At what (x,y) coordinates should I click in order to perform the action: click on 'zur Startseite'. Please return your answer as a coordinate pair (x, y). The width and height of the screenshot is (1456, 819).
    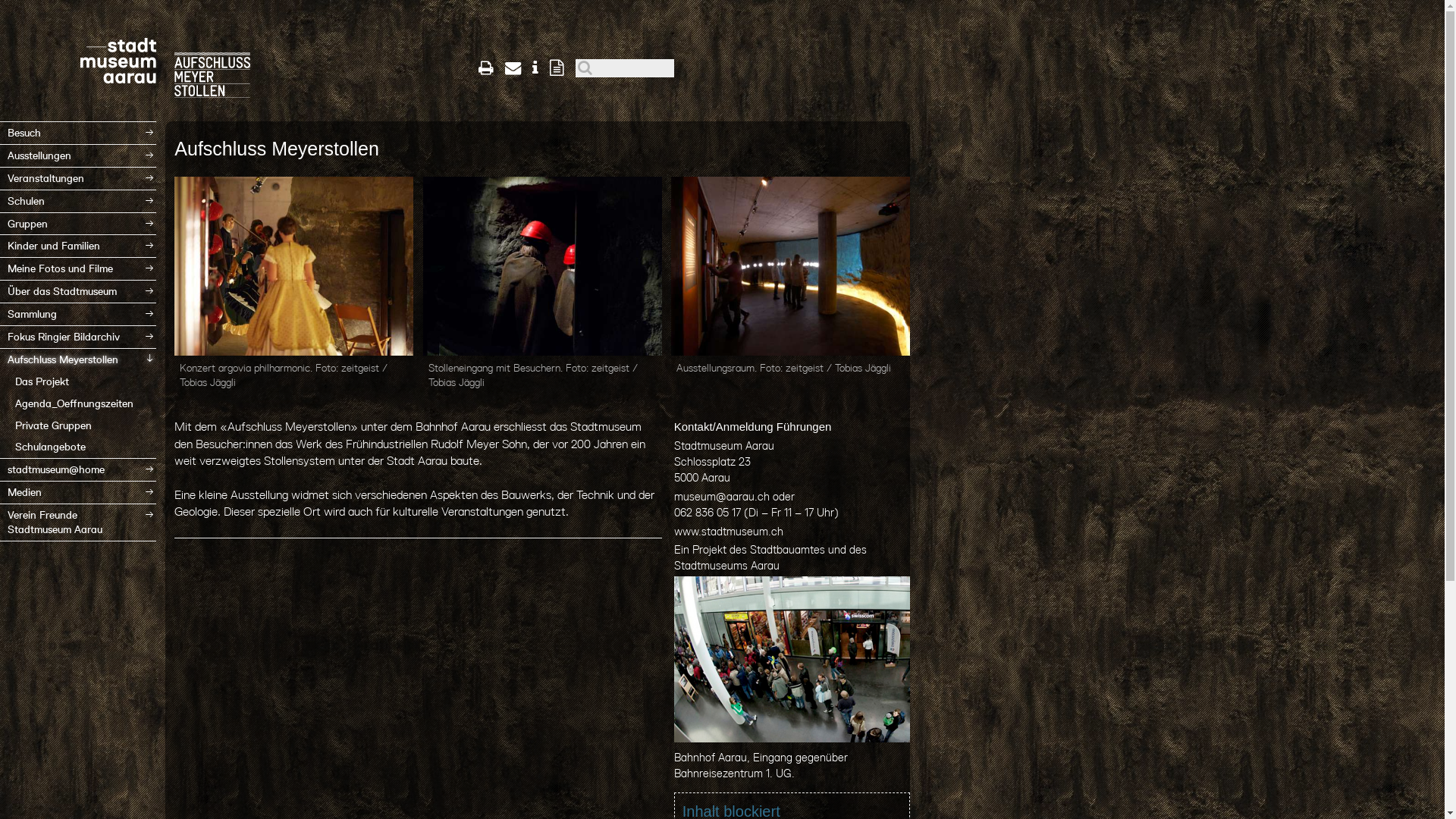
    Looking at the image, I should click on (211, 54).